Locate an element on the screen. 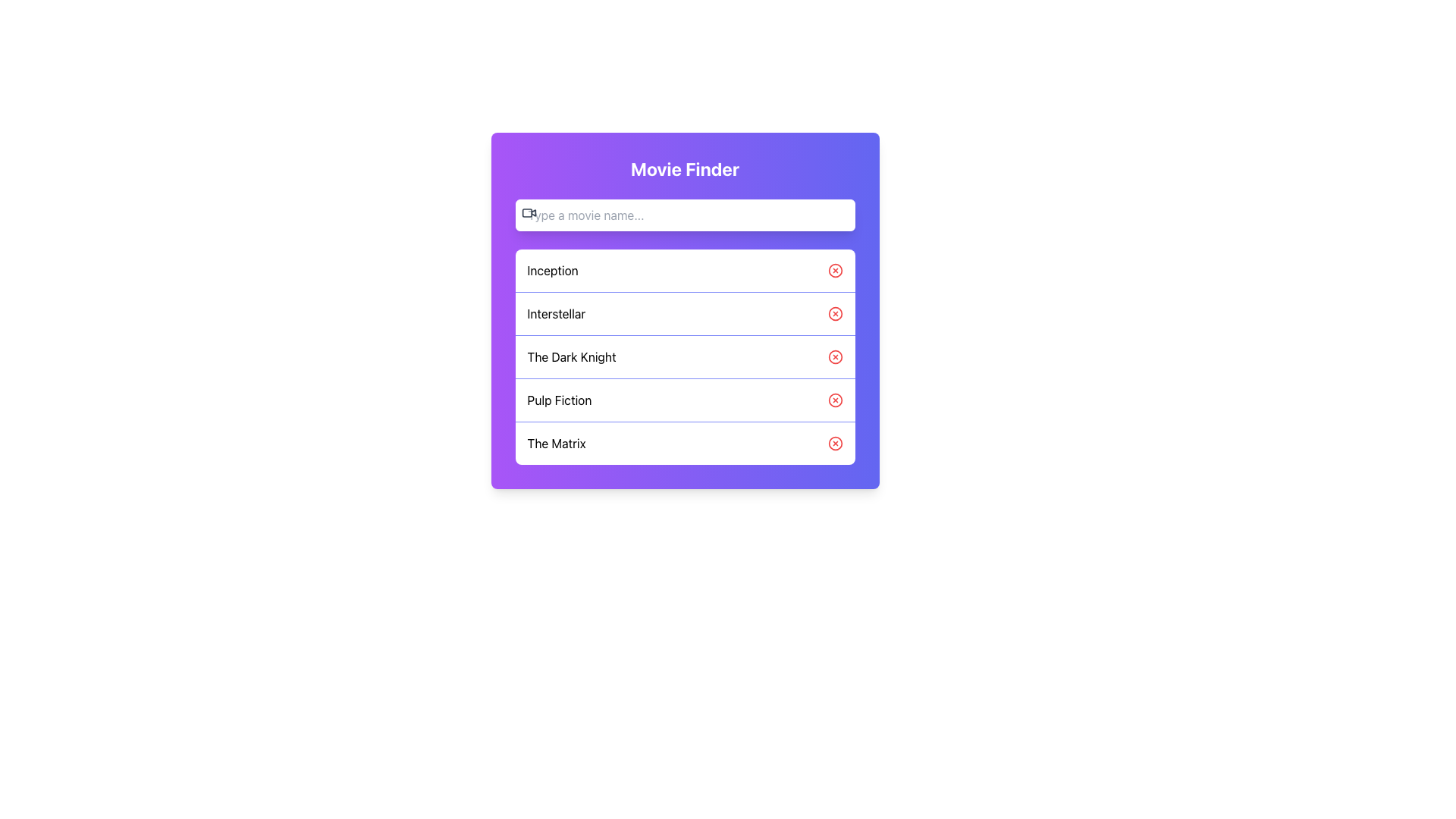 The width and height of the screenshot is (1456, 819). the delete button for the movie 'Inception' is located at coordinates (834, 270).